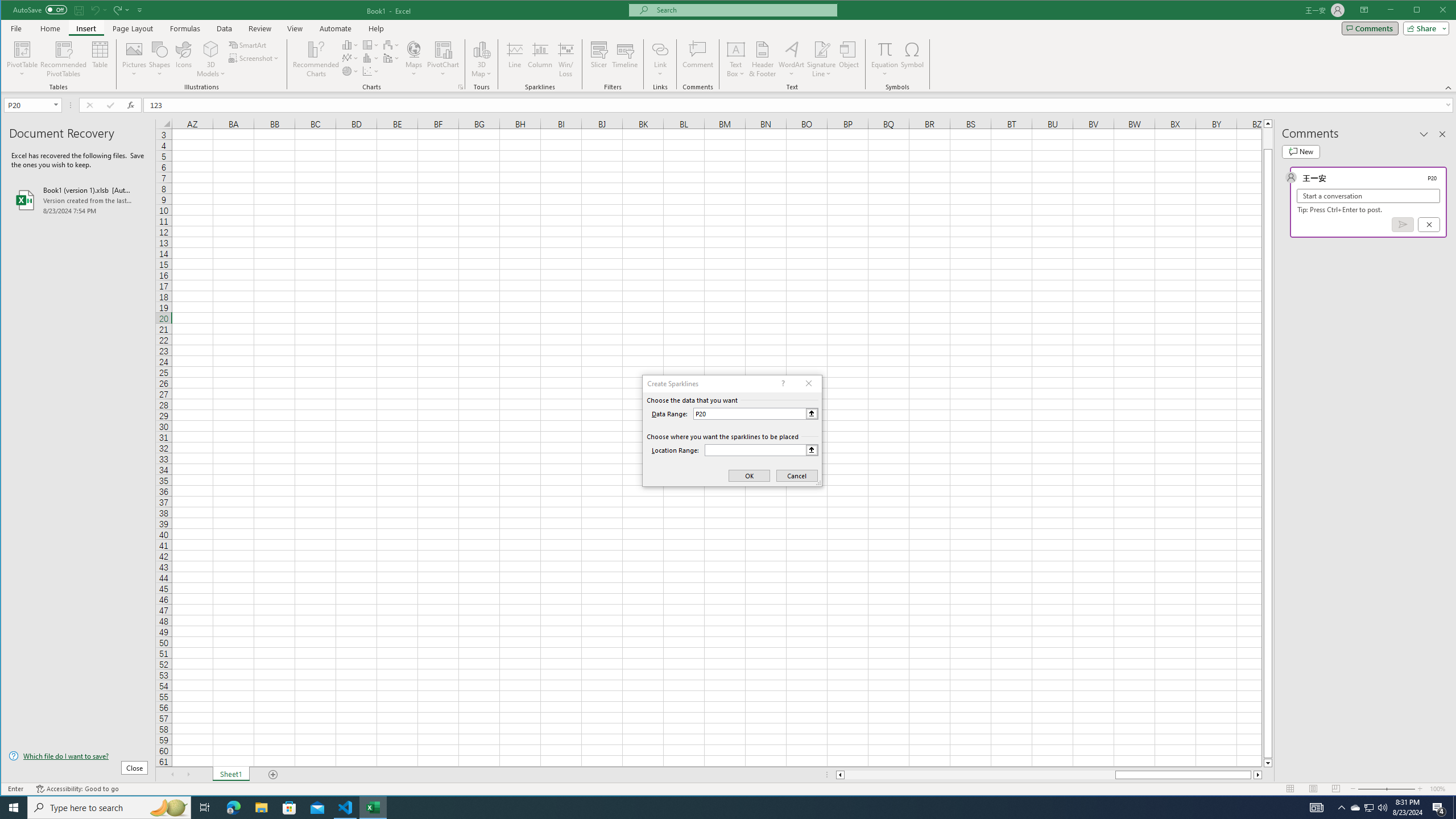 This screenshot has width=1456, height=819. What do you see at coordinates (248, 44) in the screenshot?
I see `'SmartArt...'` at bounding box center [248, 44].